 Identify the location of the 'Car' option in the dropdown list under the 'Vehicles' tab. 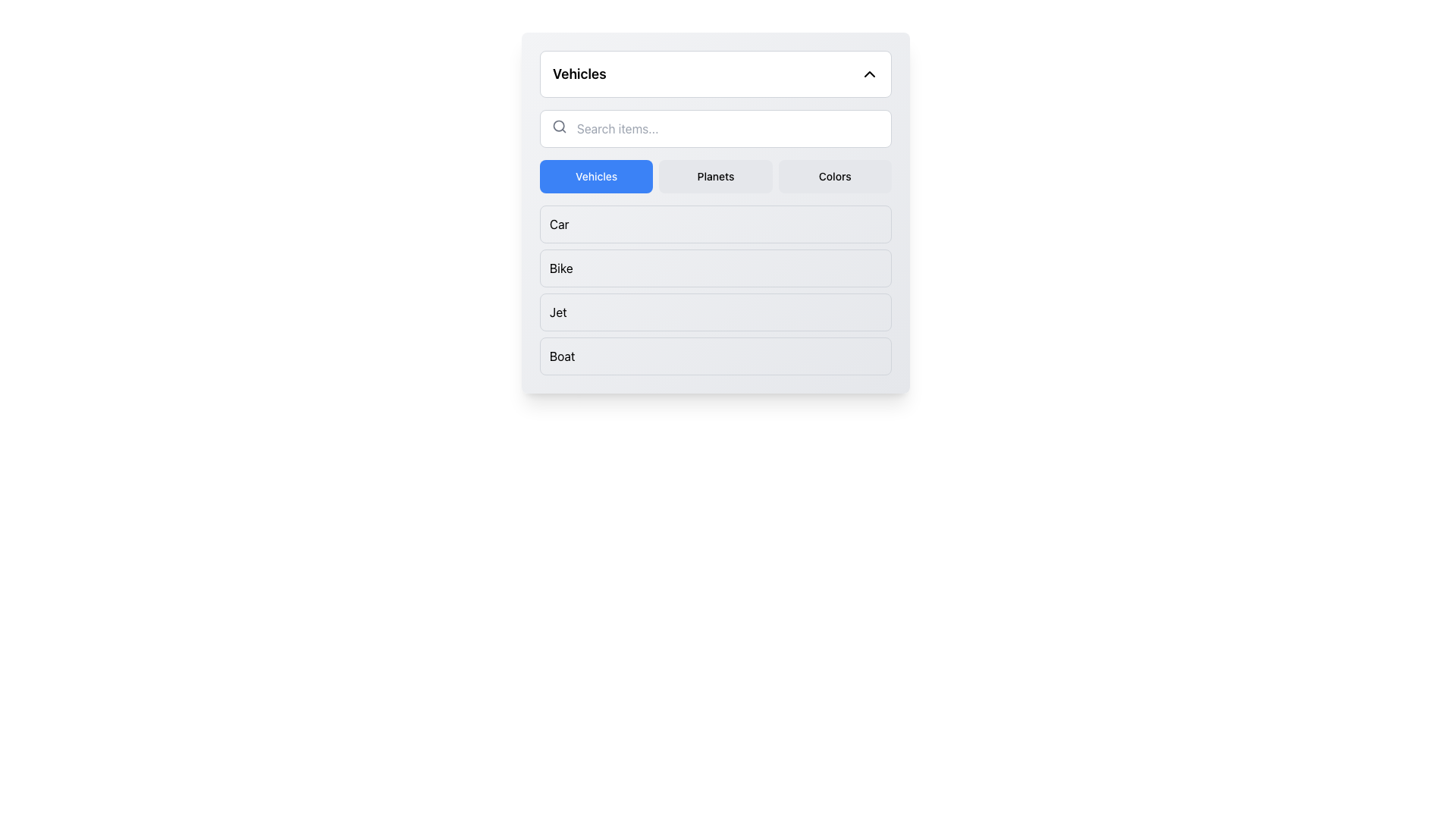
(558, 224).